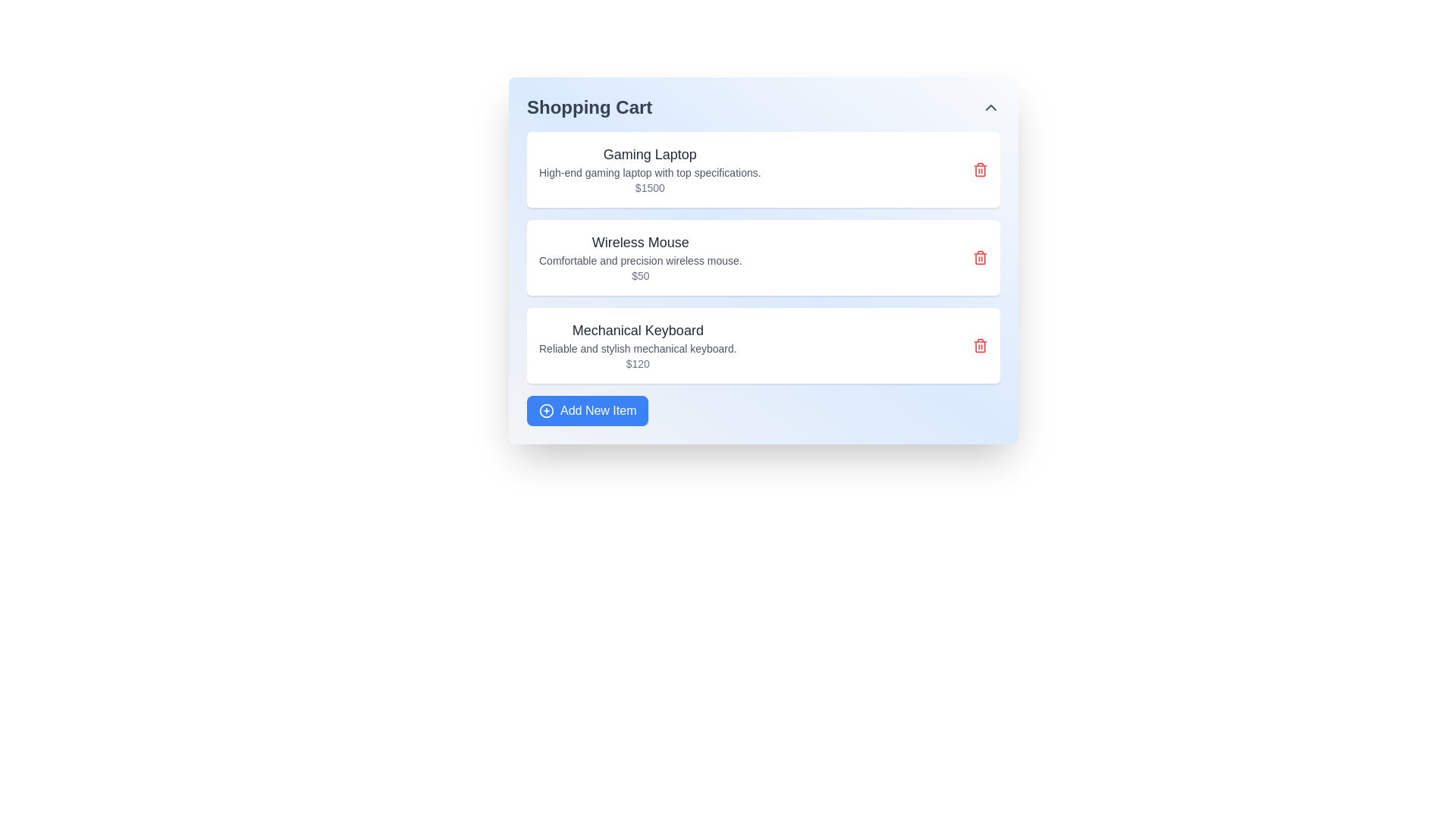  I want to click on the circular plus icon located within the 'Add New Item' button at the bottom left of the shopping cart interface, so click(546, 411).